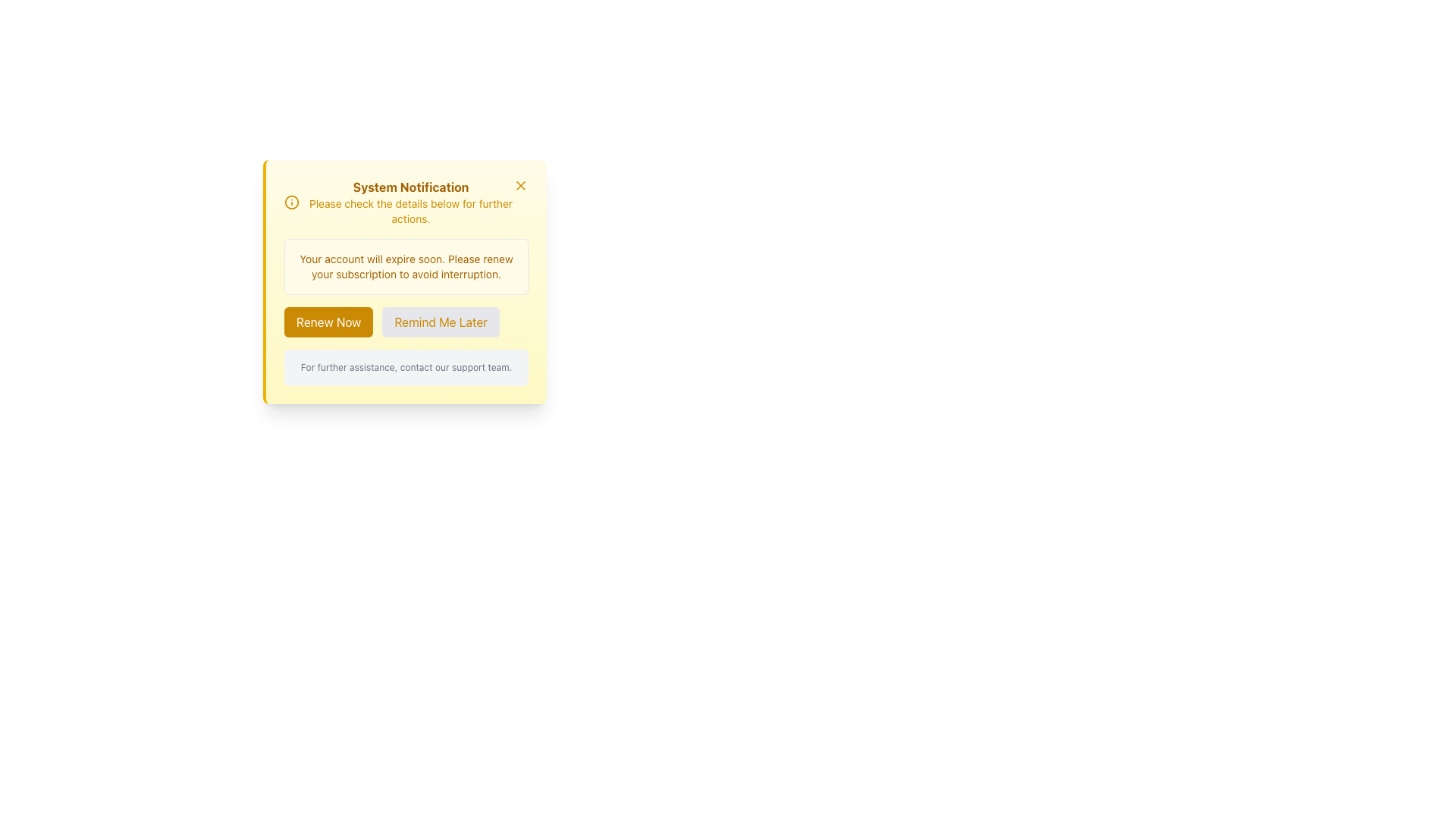 This screenshot has width=1456, height=819. What do you see at coordinates (406, 368) in the screenshot?
I see `the text block with a light gray background and small gray text, located at the bottom center of the notification card, below the buttons 'Renew Now' and 'Remind Me Later'` at bounding box center [406, 368].